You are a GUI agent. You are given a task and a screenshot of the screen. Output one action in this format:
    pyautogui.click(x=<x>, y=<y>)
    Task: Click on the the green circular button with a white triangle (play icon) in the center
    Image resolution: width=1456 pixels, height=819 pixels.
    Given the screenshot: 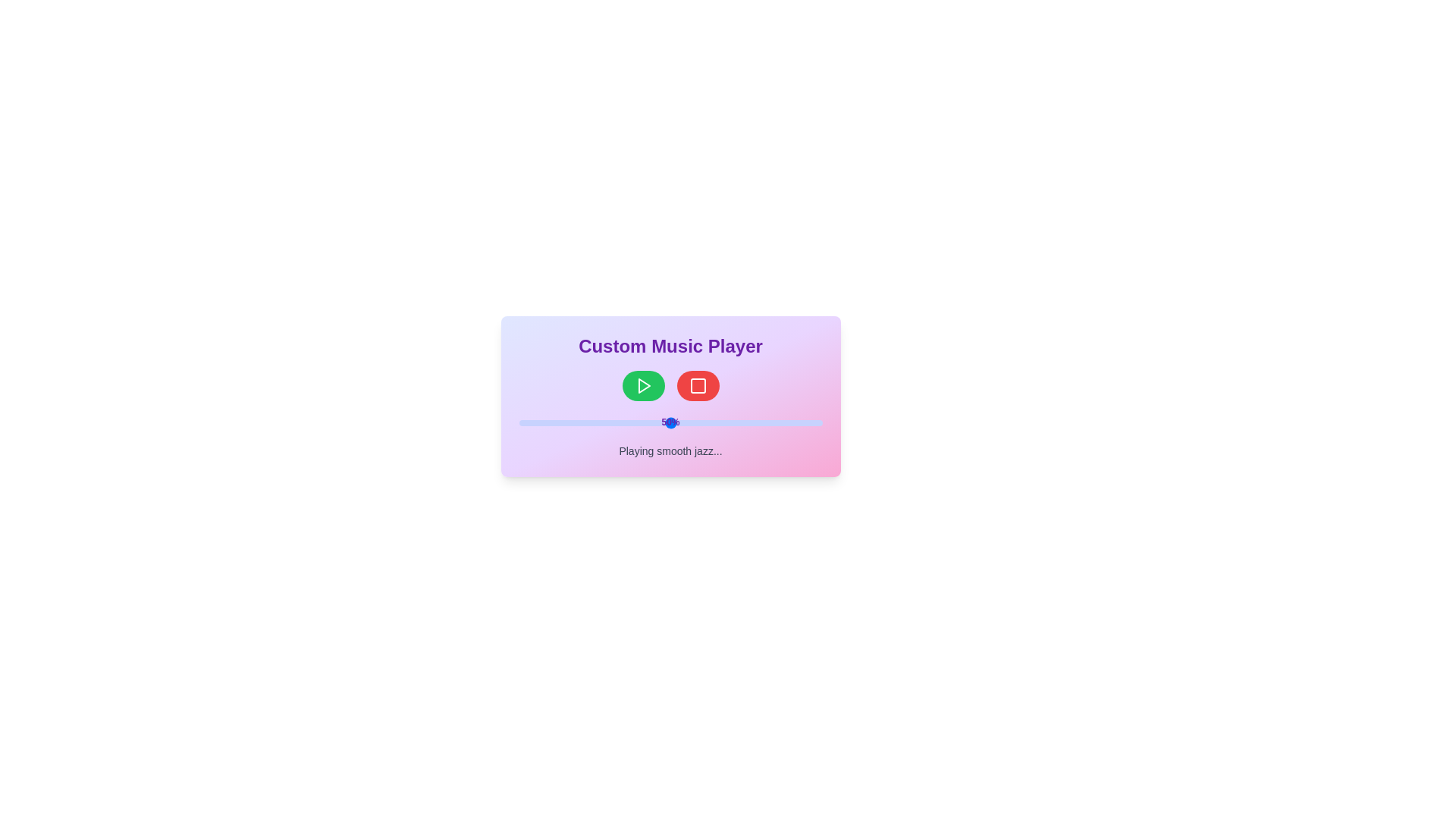 What is the action you would take?
    pyautogui.click(x=643, y=385)
    